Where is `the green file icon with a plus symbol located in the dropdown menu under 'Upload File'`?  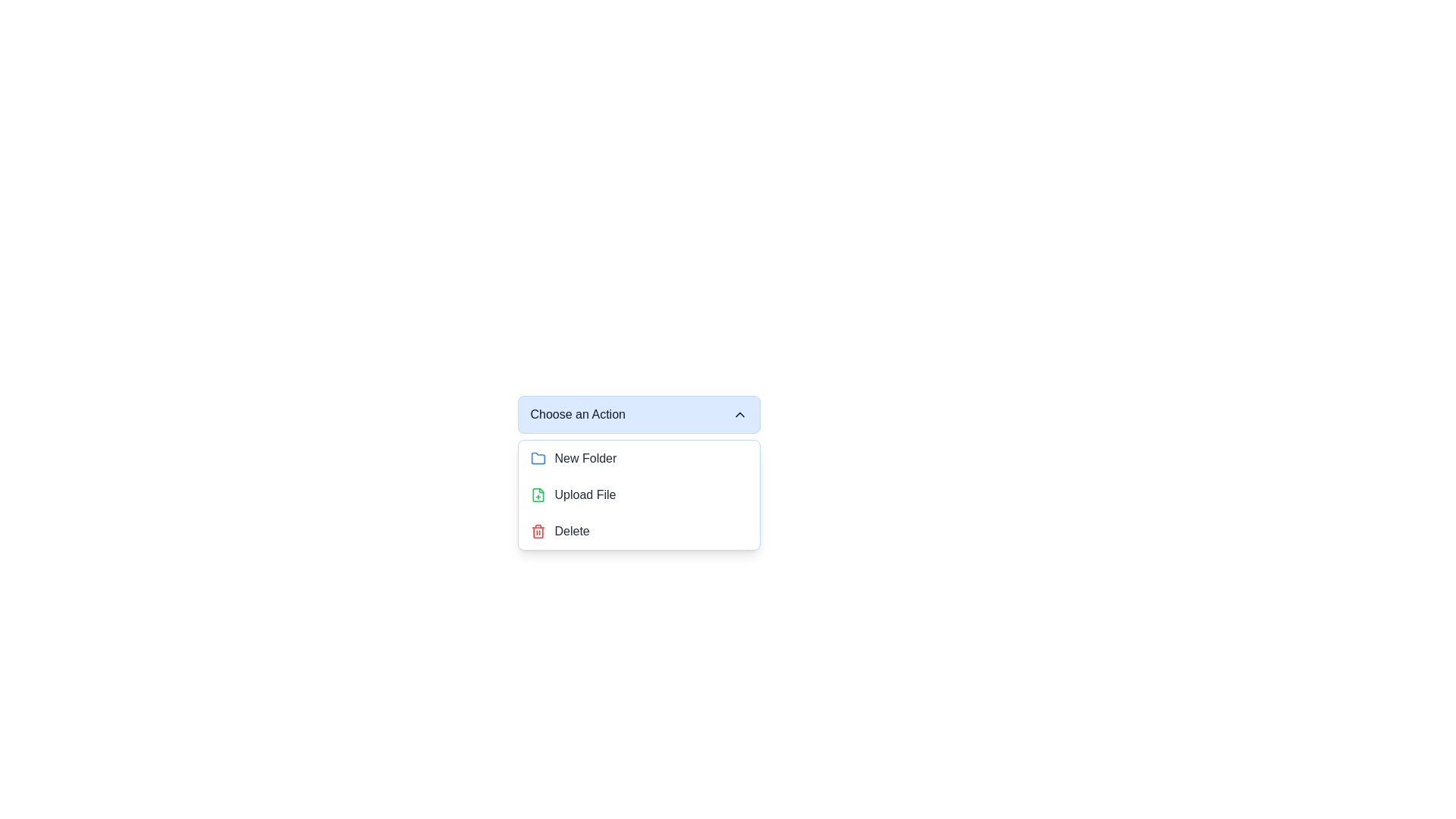
the green file icon with a plus symbol located in the dropdown menu under 'Upload File' is located at coordinates (538, 494).